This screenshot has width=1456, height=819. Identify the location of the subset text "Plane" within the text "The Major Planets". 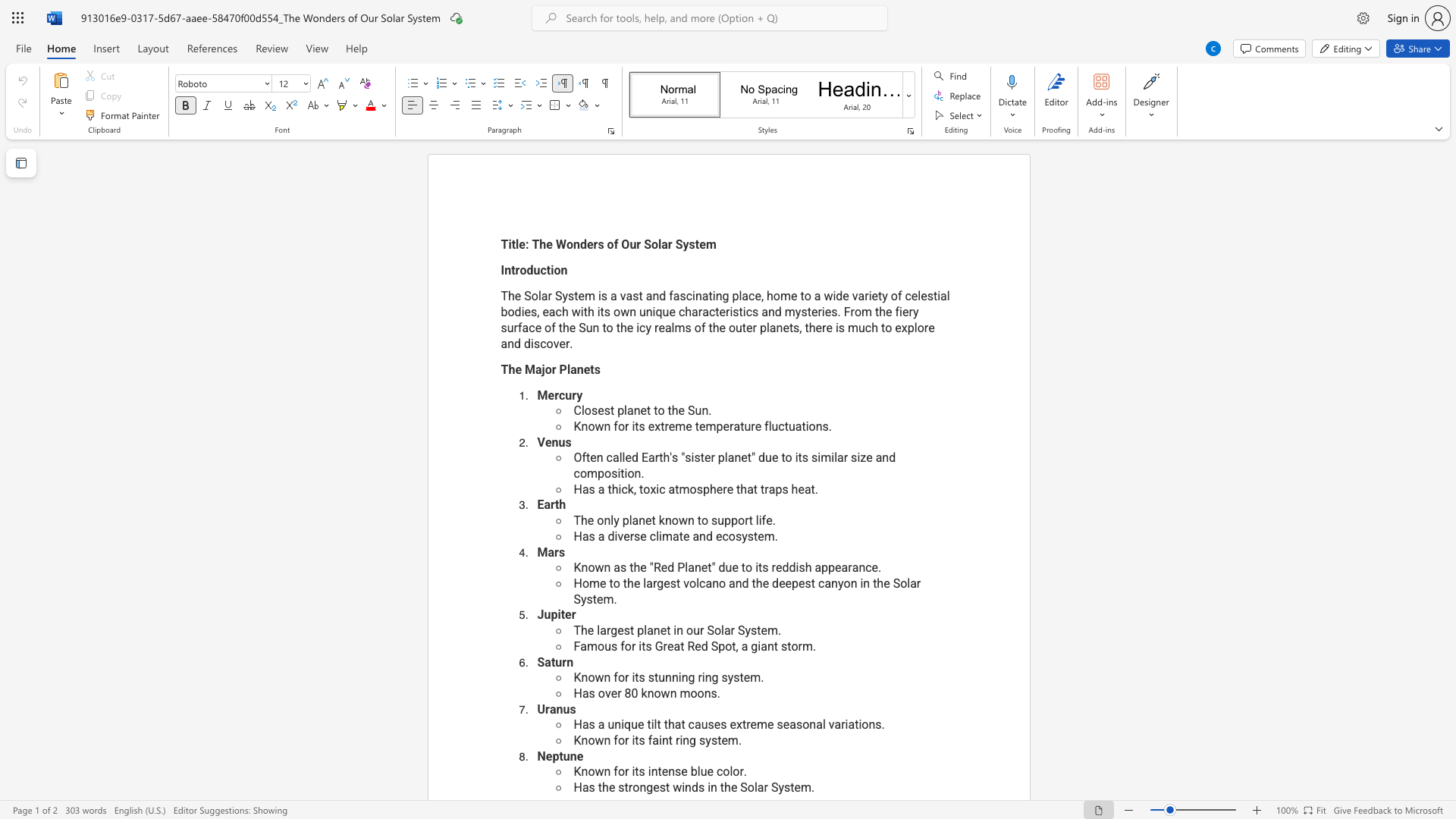
(558, 369).